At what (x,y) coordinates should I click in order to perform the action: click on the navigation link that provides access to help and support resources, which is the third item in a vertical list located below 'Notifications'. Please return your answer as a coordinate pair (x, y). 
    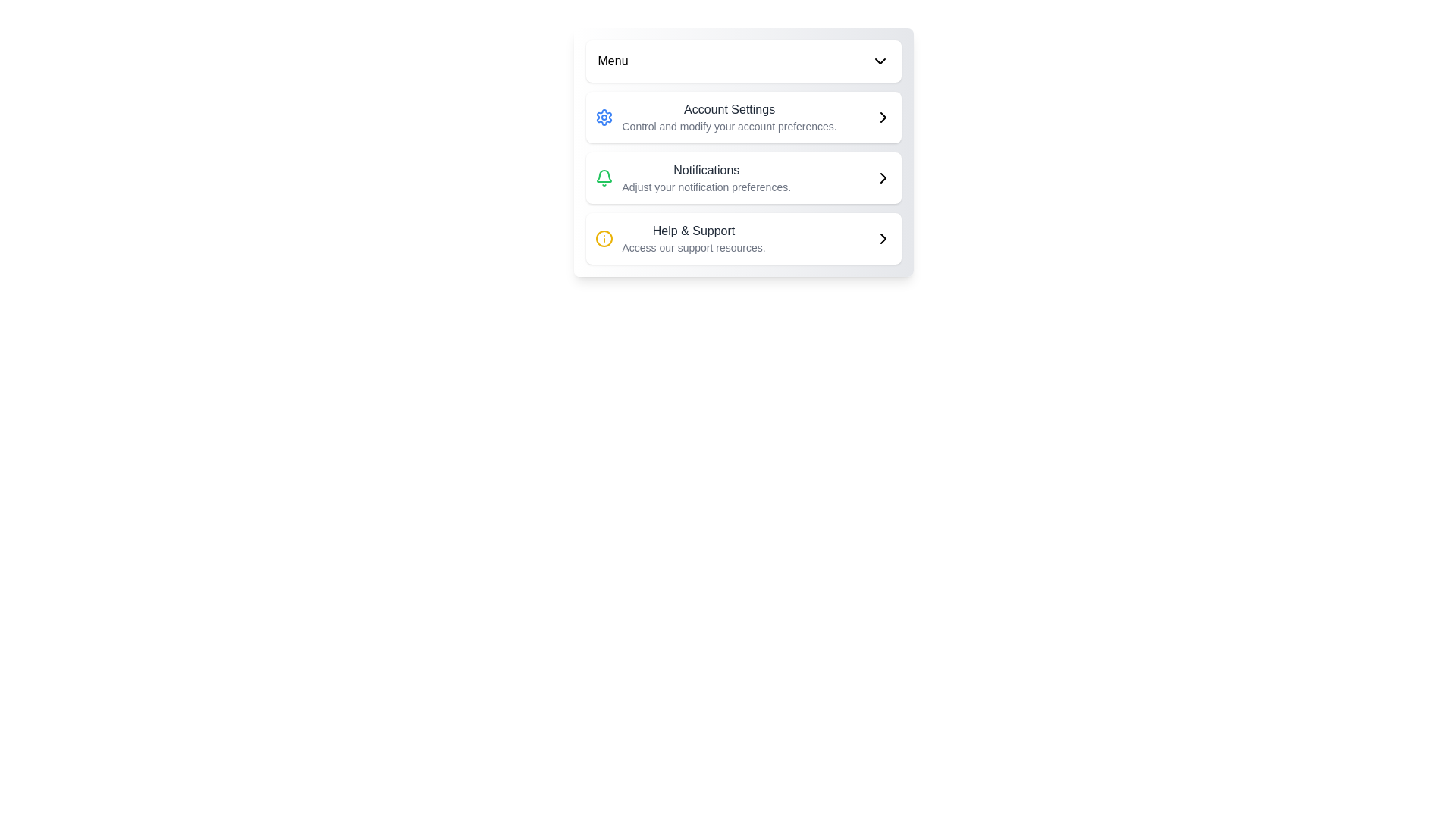
    Looking at the image, I should click on (743, 239).